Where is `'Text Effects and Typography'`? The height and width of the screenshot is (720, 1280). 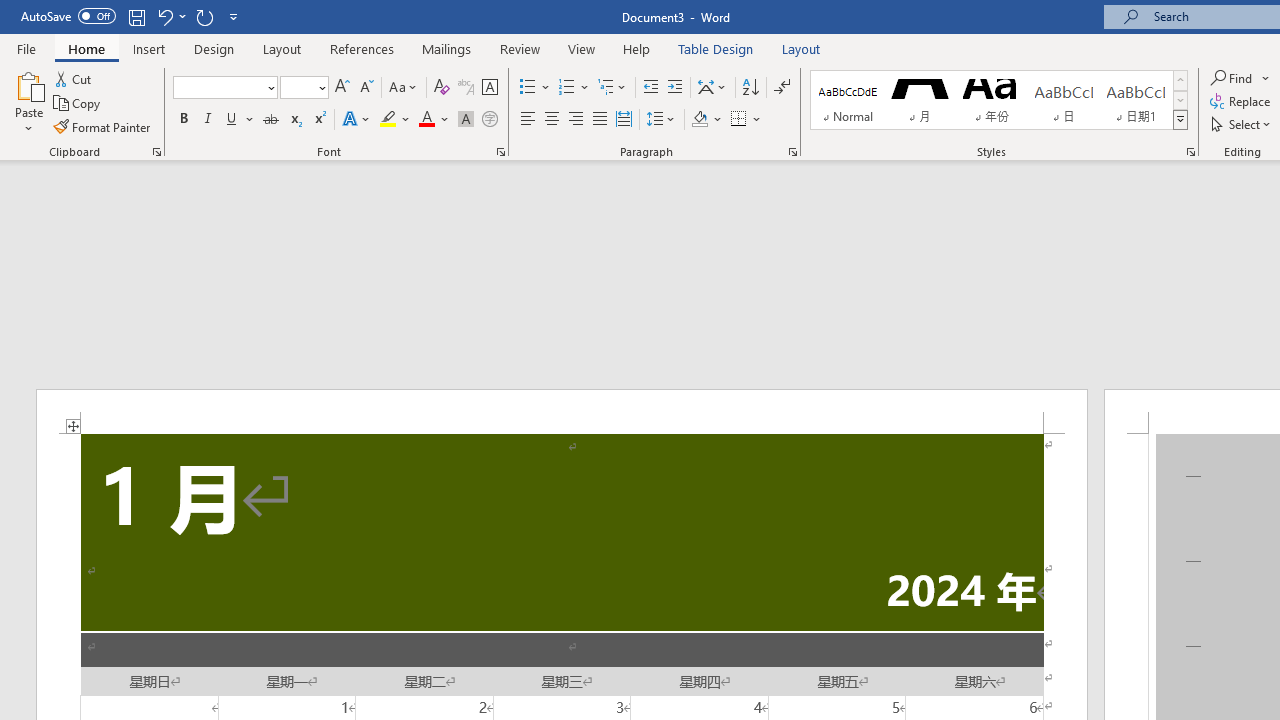
'Text Effects and Typography' is located at coordinates (357, 119).